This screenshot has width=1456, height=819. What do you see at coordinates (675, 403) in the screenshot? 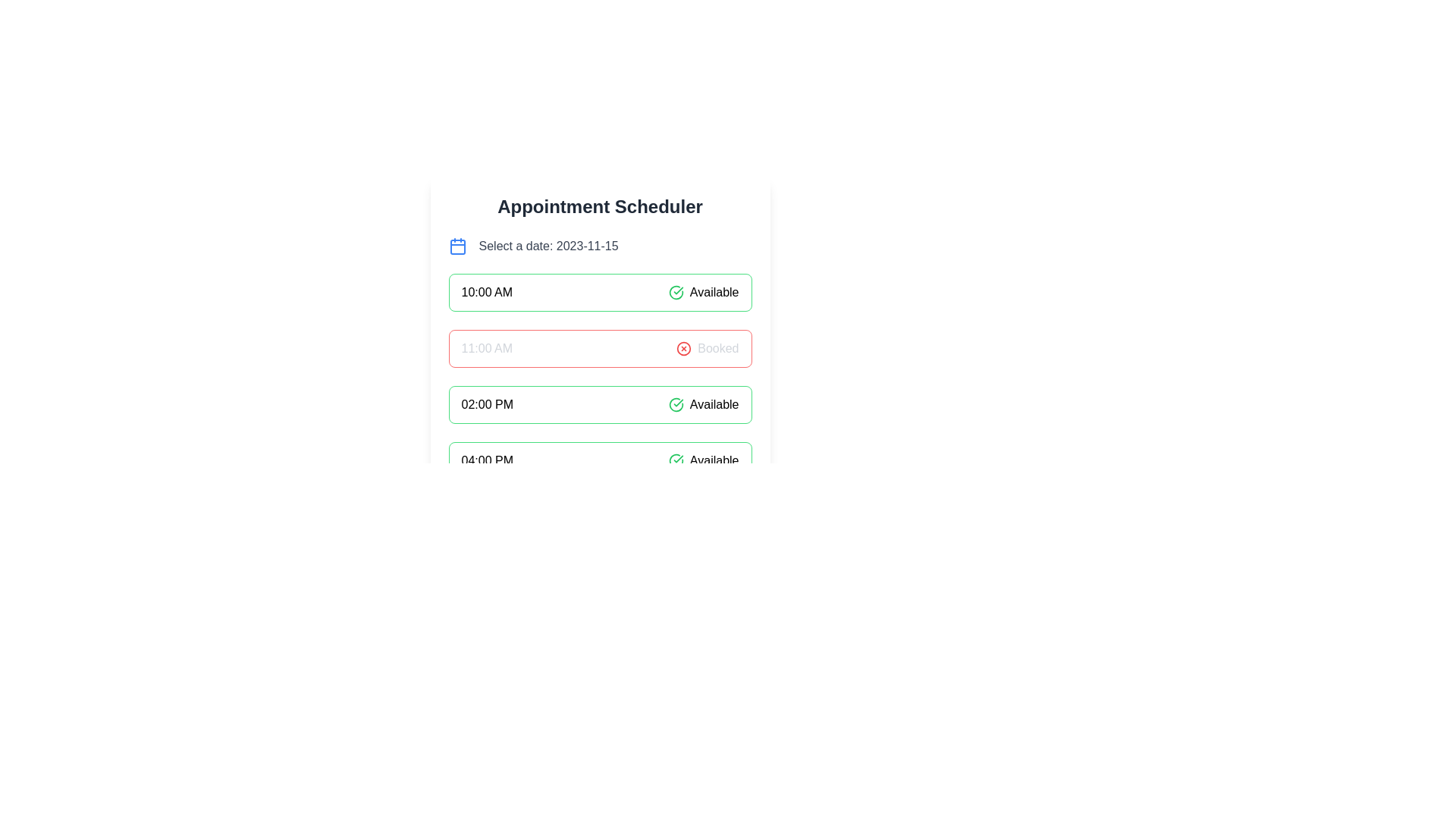
I see `the green circular icon with a checkmark located to the left of the 'Available' text in the '02:00 PM' time slot to interact with it` at bounding box center [675, 403].